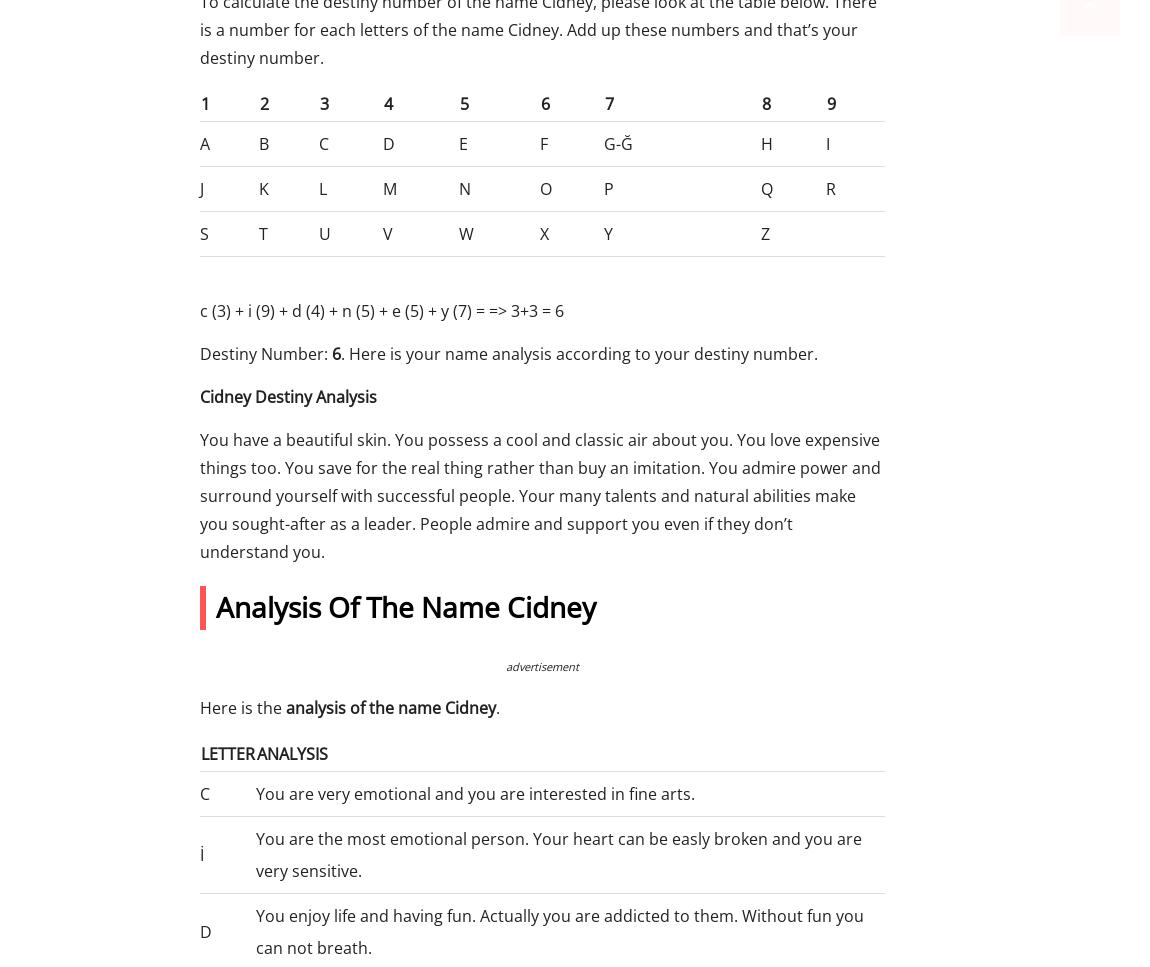  I want to click on 'J', so click(201, 187).